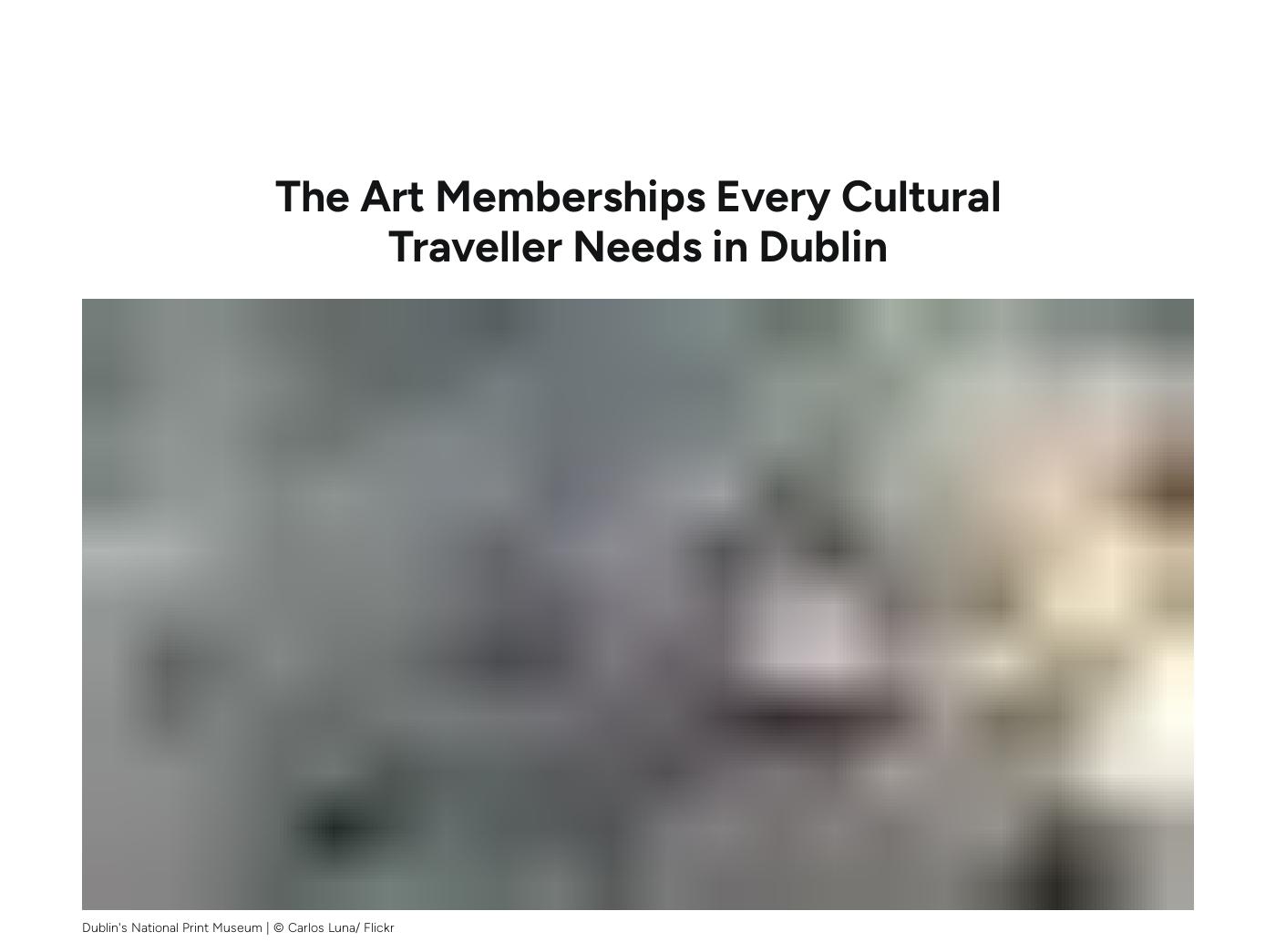 The height and width of the screenshot is (952, 1276). I want to click on 'WHAT DESTINATION IS ON YOUR TRAVEL BUCKET-LIST?', so click(952, 353).